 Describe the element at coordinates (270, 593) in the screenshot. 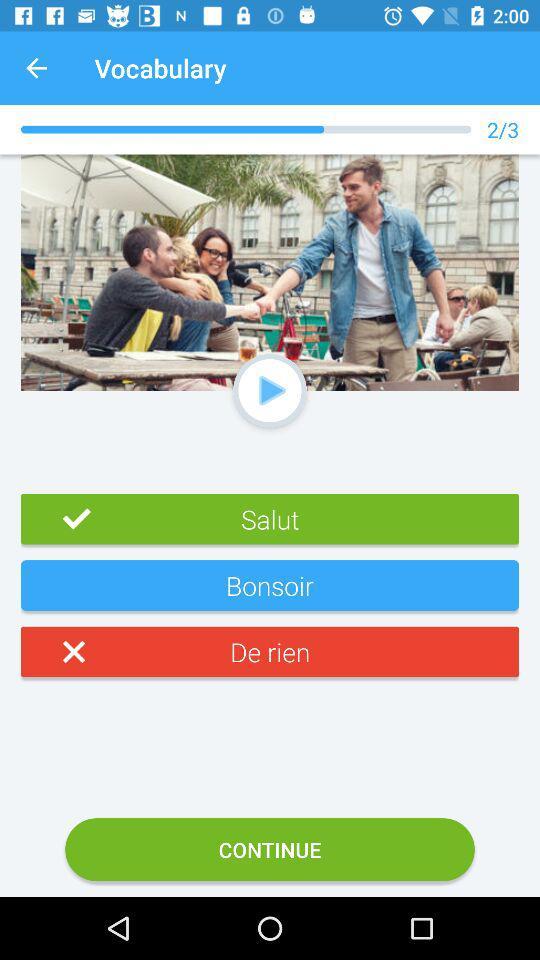

I see `the option bonsoir` at that location.